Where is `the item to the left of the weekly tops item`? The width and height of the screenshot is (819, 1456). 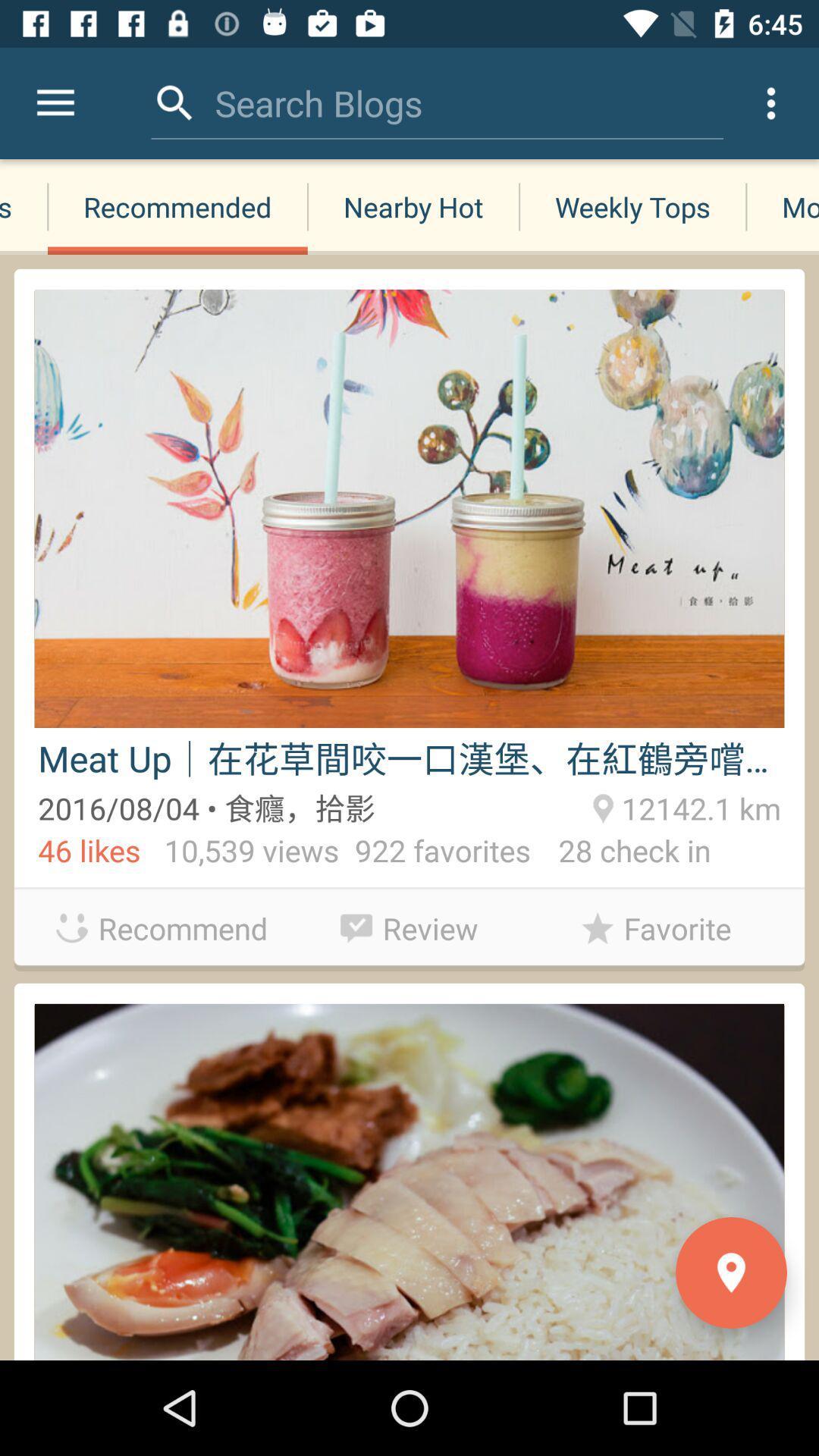 the item to the left of the weekly tops item is located at coordinates (413, 206).